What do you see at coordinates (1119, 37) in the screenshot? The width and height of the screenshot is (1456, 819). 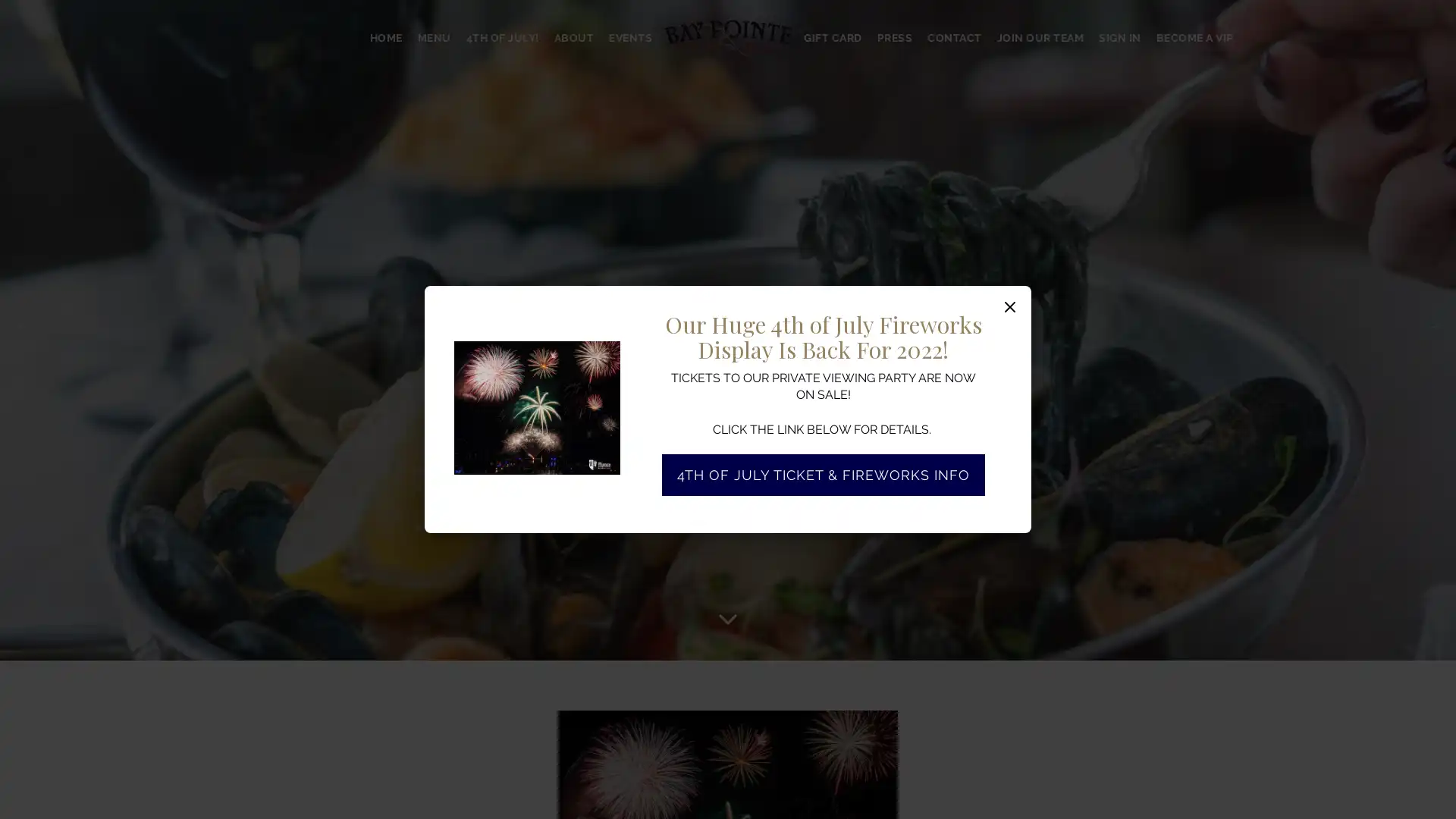 I see `SIGN IN` at bounding box center [1119, 37].